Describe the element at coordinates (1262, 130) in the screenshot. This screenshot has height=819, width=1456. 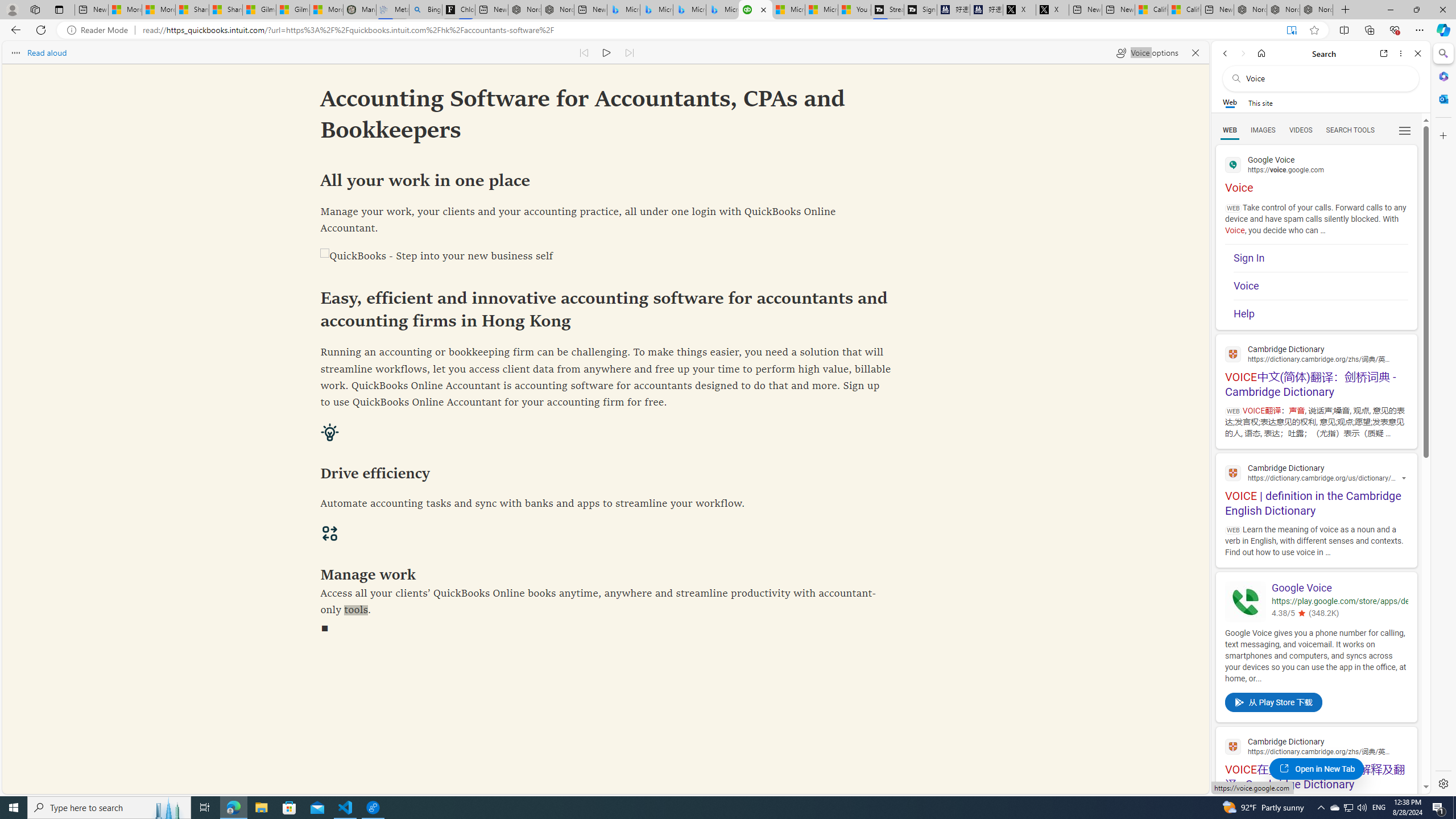
I see `'IMAGES'` at that location.